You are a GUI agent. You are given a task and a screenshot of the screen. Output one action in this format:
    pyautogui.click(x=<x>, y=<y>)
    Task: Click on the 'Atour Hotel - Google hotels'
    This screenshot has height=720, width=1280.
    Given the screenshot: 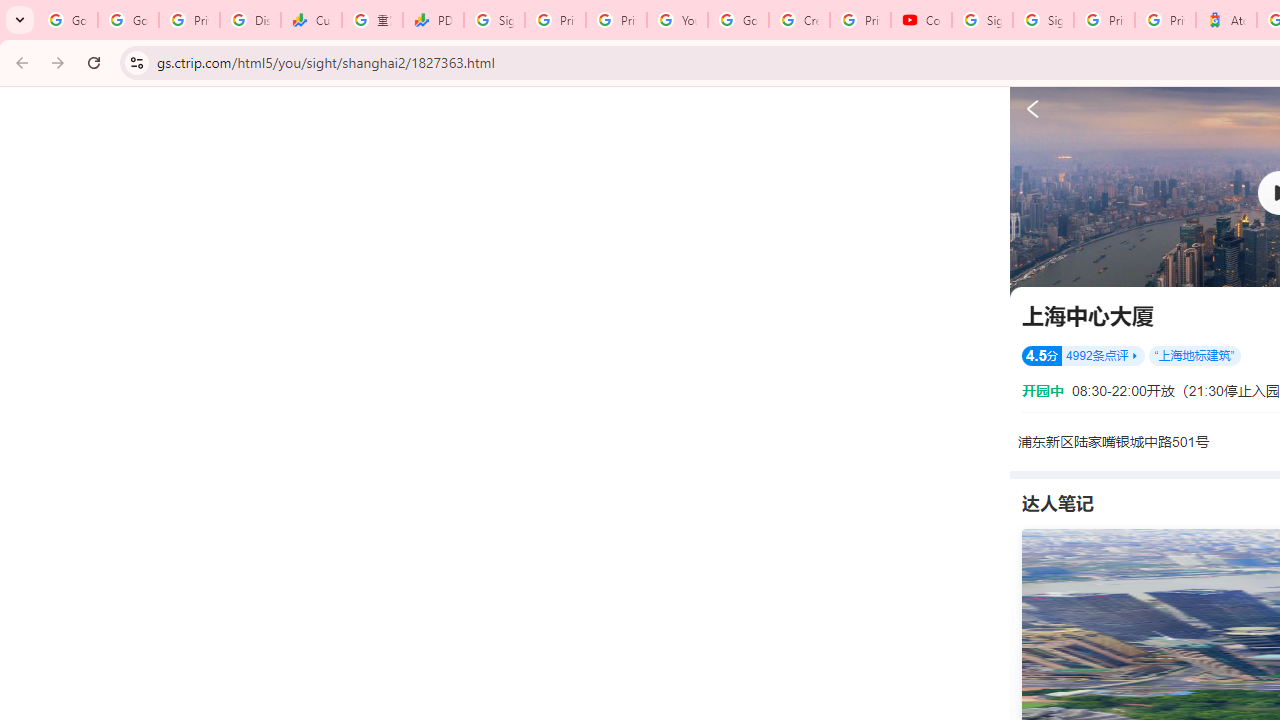 What is the action you would take?
    pyautogui.click(x=1225, y=20)
    